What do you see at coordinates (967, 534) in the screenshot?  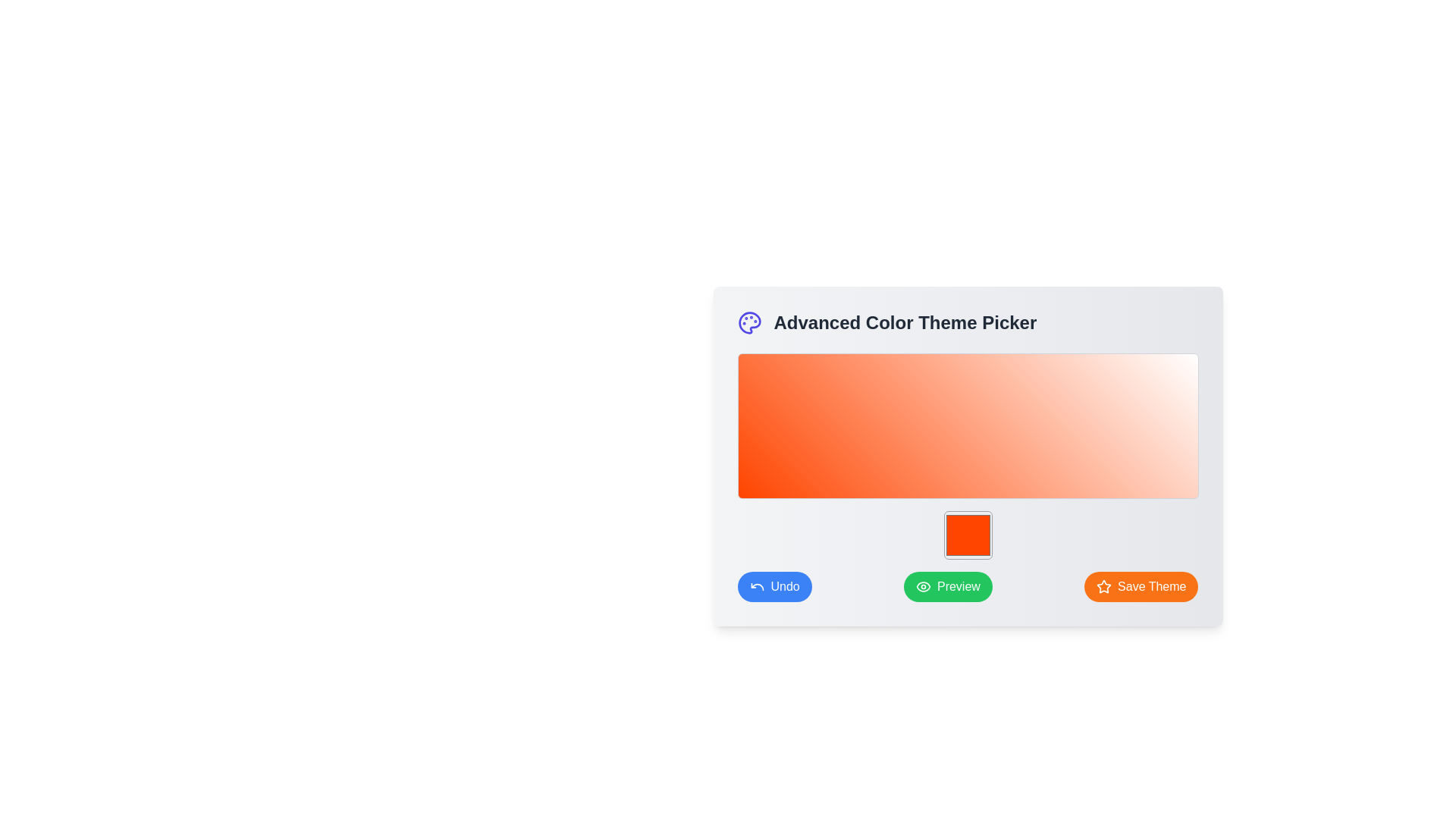 I see `to activate the color picker located directly below the gradient preview rectangle and above the buttons labeled 'Undo,' 'Preview,' and 'Save Theme.'` at bounding box center [967, 534].